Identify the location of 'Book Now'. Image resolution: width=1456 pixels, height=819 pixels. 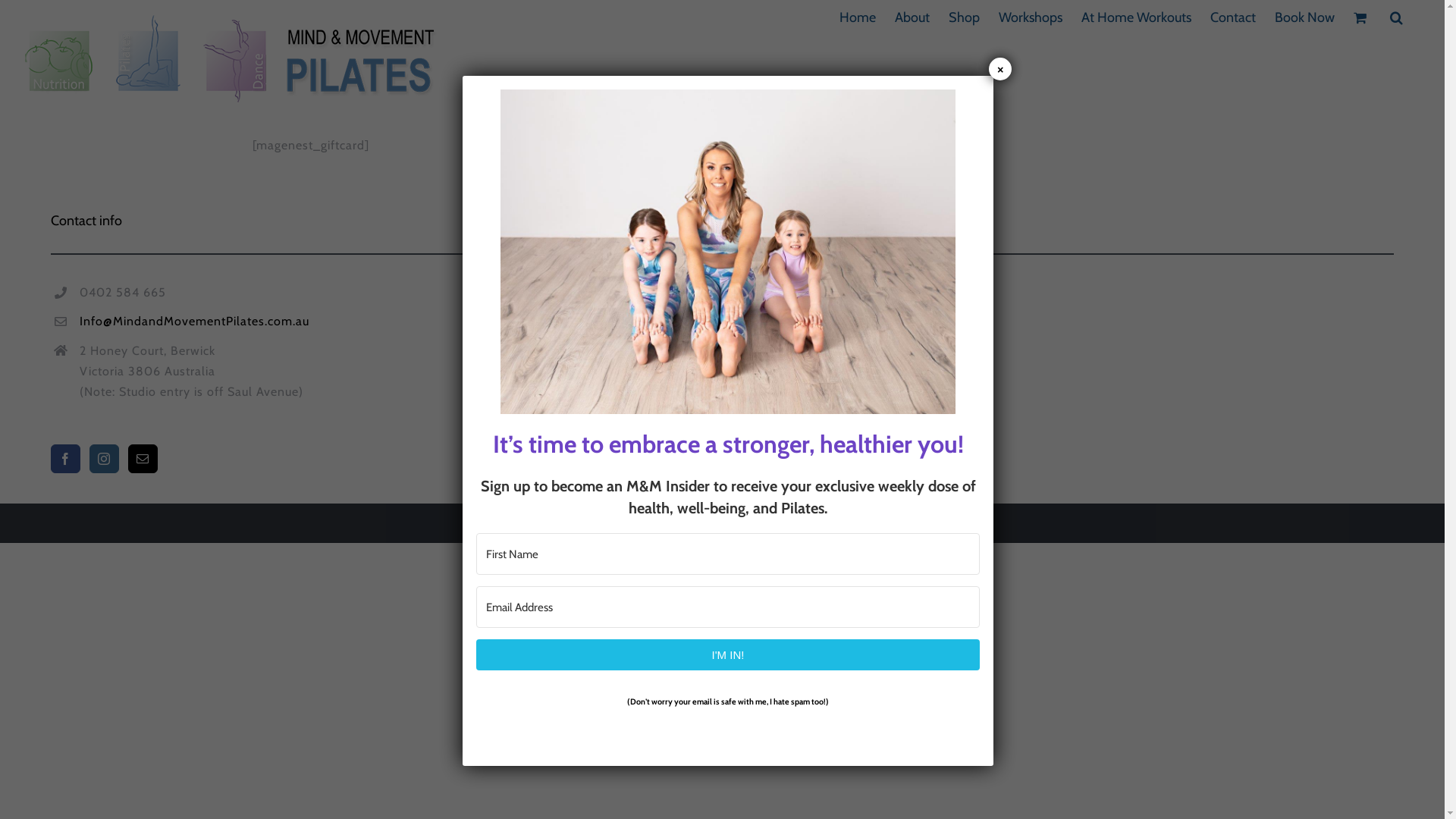
(1274, 17).